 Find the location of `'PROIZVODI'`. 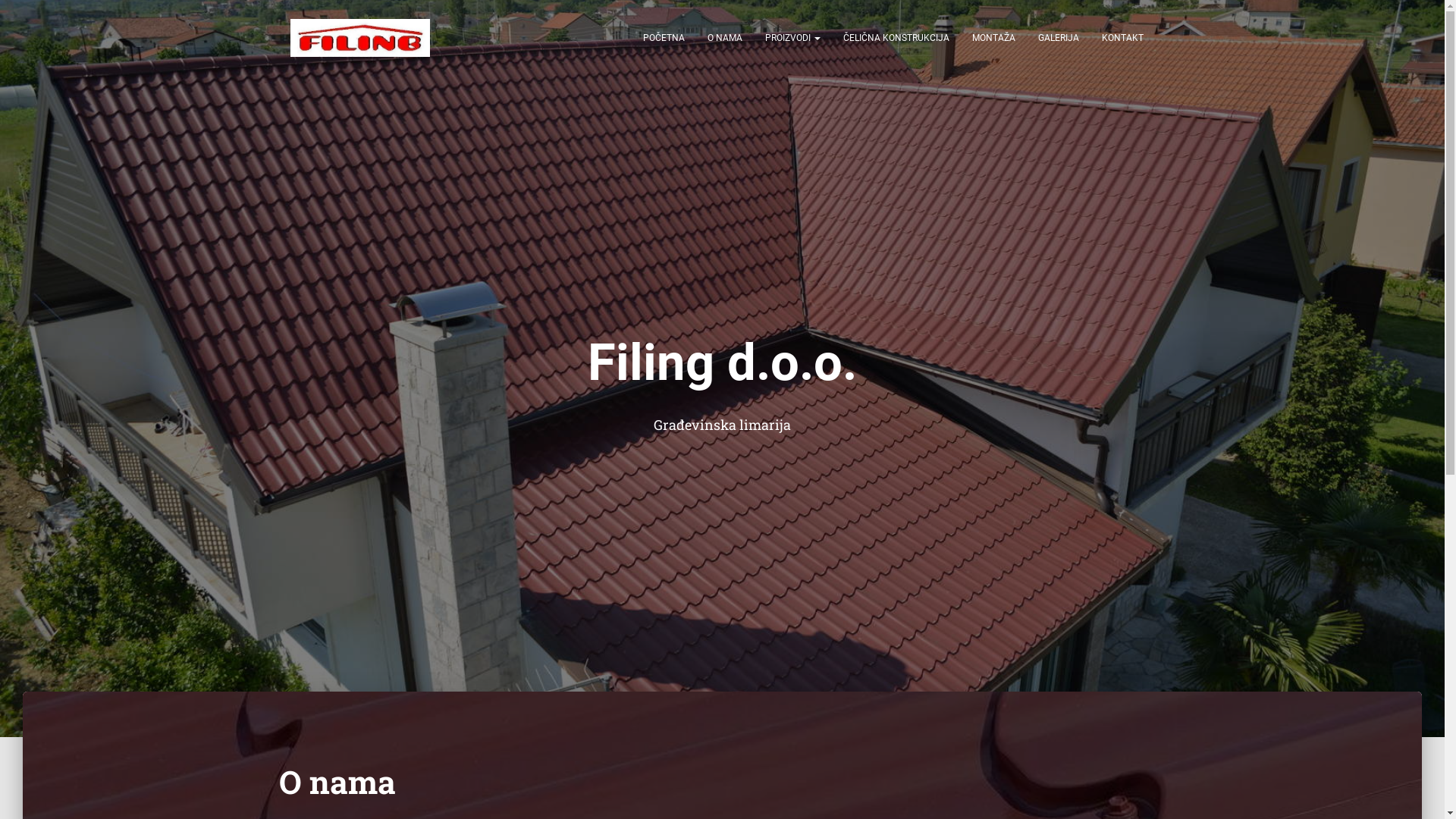

'PROIZVODI' is located at coordinates (792, 37).